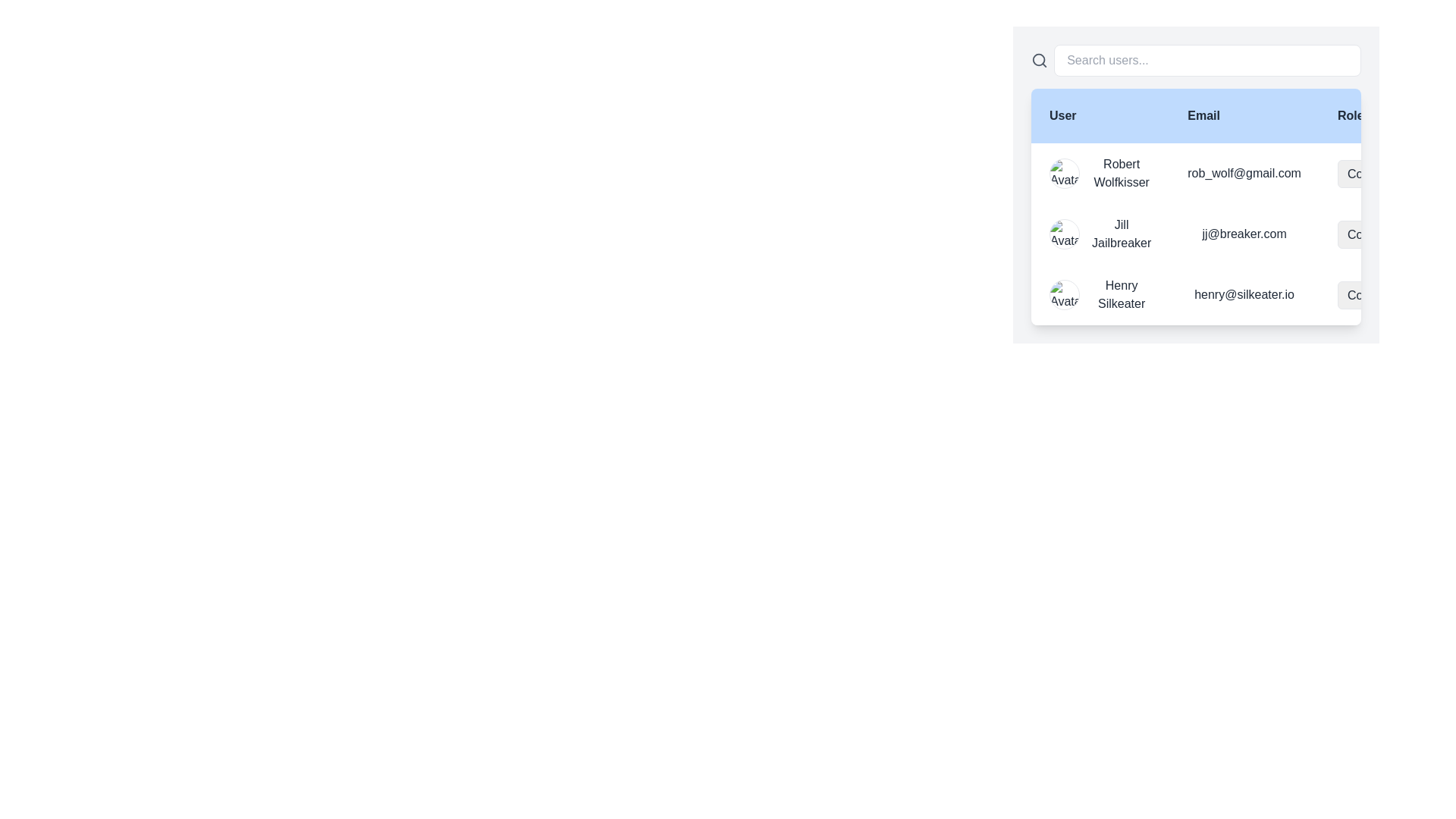 This screenshot has height=819, width=1456. What do you see at coordinates (1122, 172) in the screenshot?
I see `the Text Label displaying the user's name located in the first row under the 'User' column of the table, immediately to the right of the avatar image` at bounding box center [1122, 172].